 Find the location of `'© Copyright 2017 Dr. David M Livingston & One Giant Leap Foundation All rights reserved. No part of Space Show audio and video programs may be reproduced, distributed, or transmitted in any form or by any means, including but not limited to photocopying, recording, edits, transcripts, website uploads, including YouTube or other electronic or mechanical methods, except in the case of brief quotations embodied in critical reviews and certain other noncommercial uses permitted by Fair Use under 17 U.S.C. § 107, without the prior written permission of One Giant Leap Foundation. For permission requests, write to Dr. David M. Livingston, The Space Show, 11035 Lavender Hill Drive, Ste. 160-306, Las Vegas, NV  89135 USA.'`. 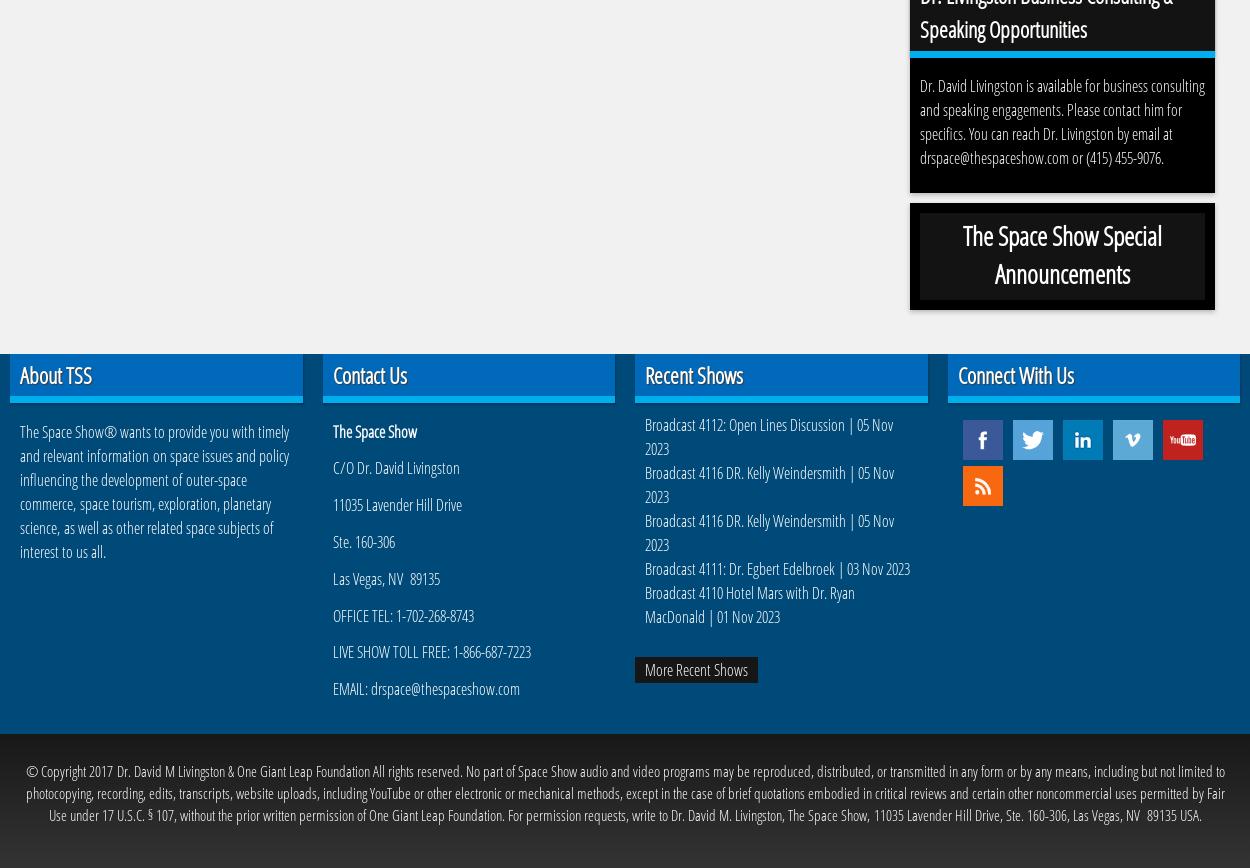

'© Copyright 2017 Dr. David M Livingston & One Giant Leap Foundation All rights reserved. No part of Space Show audio and video programs may be reproduced, distributed, or transmitted in any form or by any means, including but not limited to photocopying, recording, edits, transcripts, website uploads, including YouTube or other electronic or mechanical methods, except in the case of brief quotations embodied in critical reviews and certain other noncommercial uses permitted by Fair Use under 17 U.S.C. § 107, without the prior written permission of One Giant Leap Foundation. For permission requests, write to Dr. David M. Livingston, The Space Show, 11035 Lavender Hill Drive, Ste. 160-306, Las Vegas, NV  89135 USA.' is located at coordinates (623, 791).